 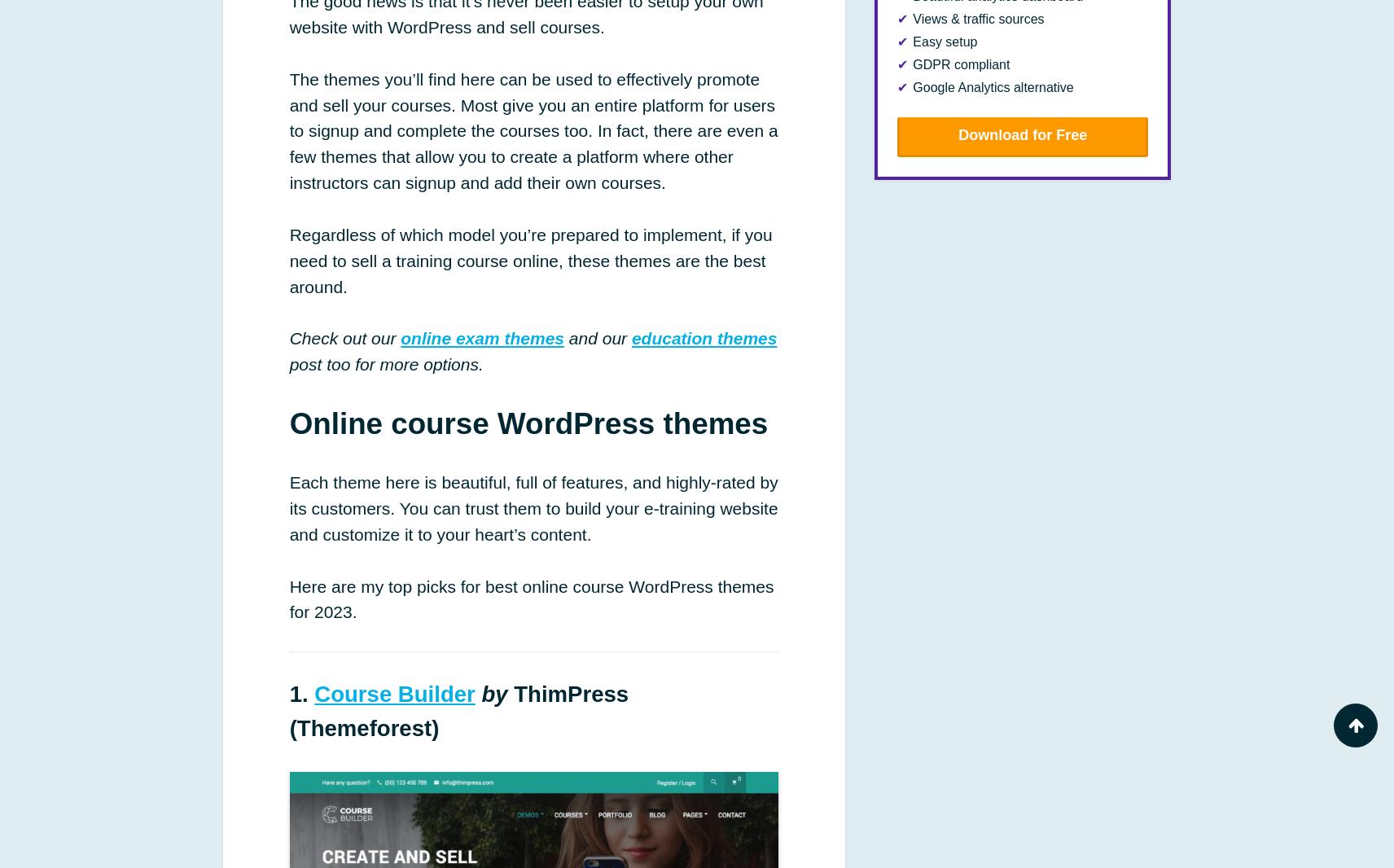 What do you see at coordinates (533, 507) in the screenshot?
I see `'Each theme here is beautiful, full of features, and highly-rated by its customers. You can trust them to build your e-training website and customize it to your heart’s content.'` at bounding box center [533, 507].